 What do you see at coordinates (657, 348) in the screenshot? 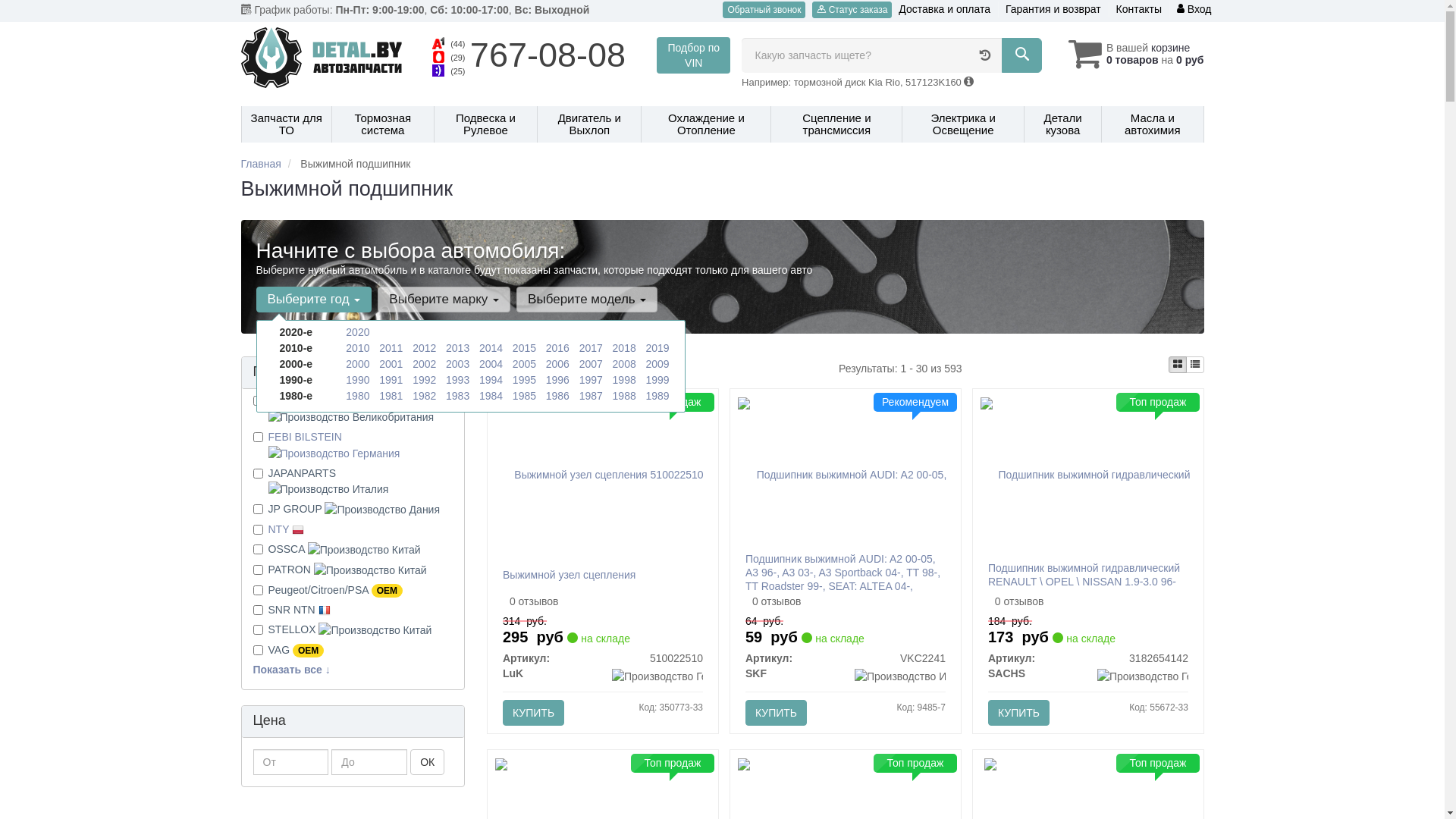
I see `'2019'` at bounding box center [657, 348].